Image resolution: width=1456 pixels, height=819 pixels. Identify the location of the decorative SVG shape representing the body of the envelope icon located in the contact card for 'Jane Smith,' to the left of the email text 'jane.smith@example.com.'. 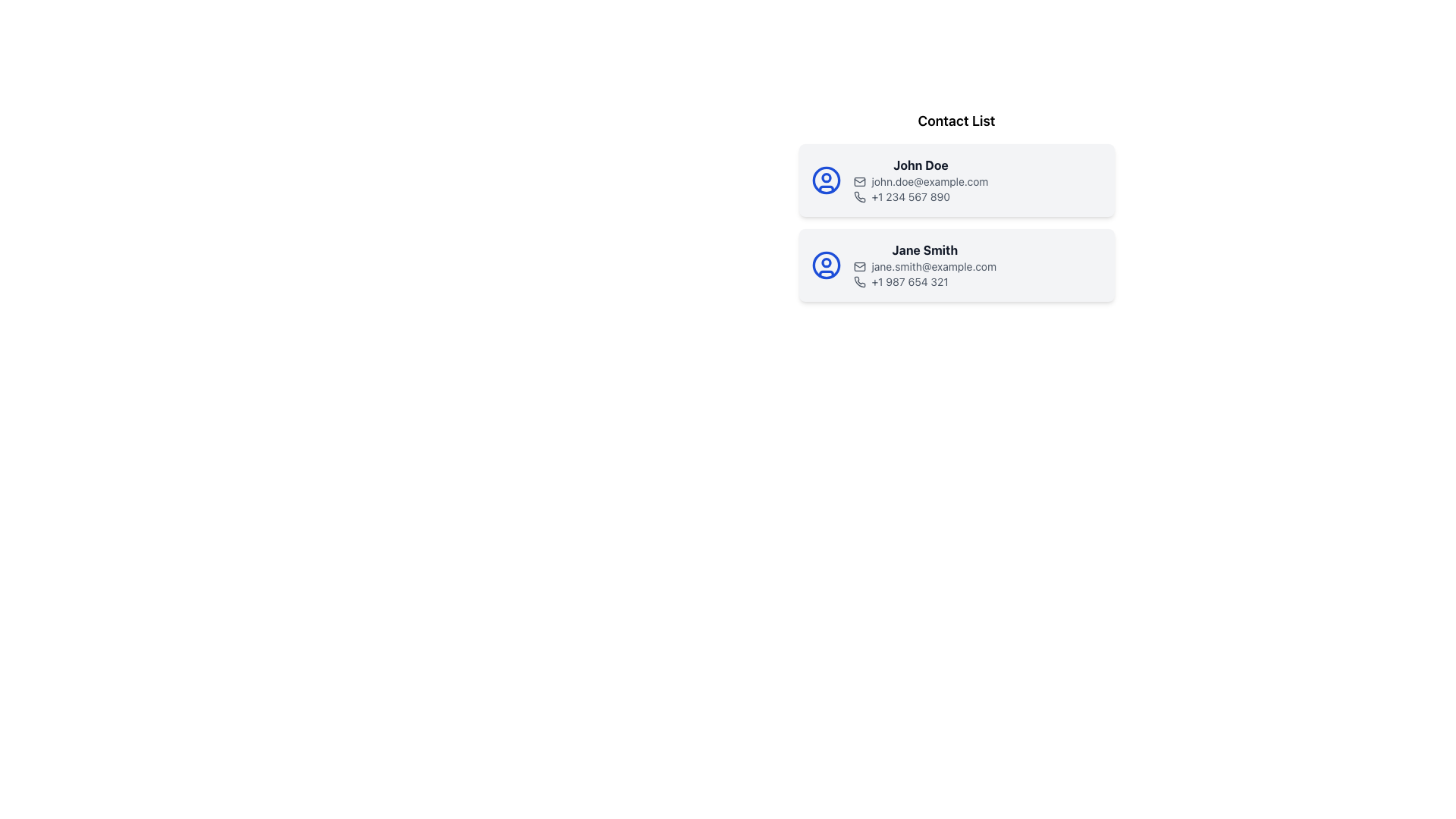
(859, 265).